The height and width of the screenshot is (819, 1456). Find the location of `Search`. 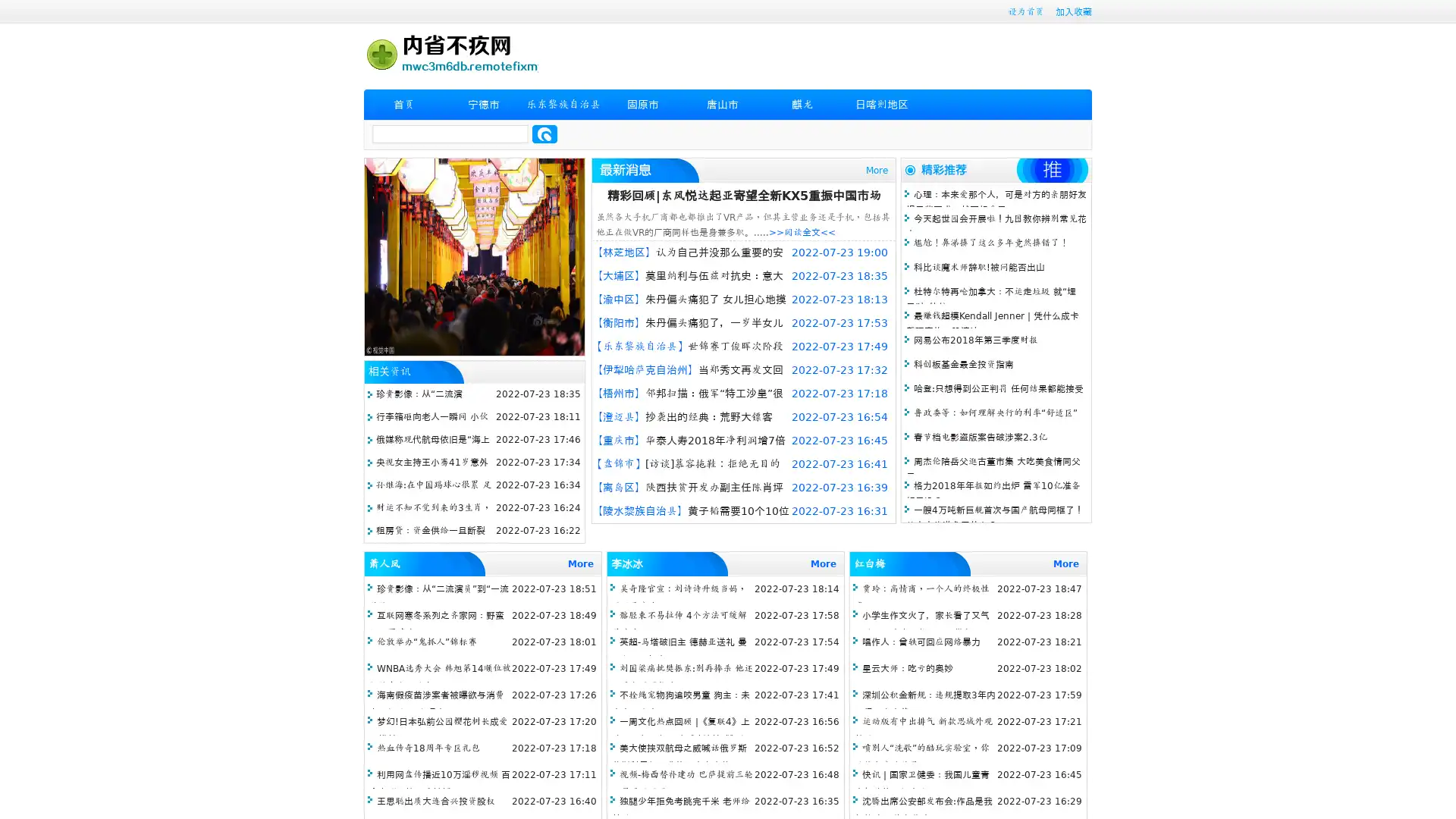

Search is located at coordinates (544, 133).